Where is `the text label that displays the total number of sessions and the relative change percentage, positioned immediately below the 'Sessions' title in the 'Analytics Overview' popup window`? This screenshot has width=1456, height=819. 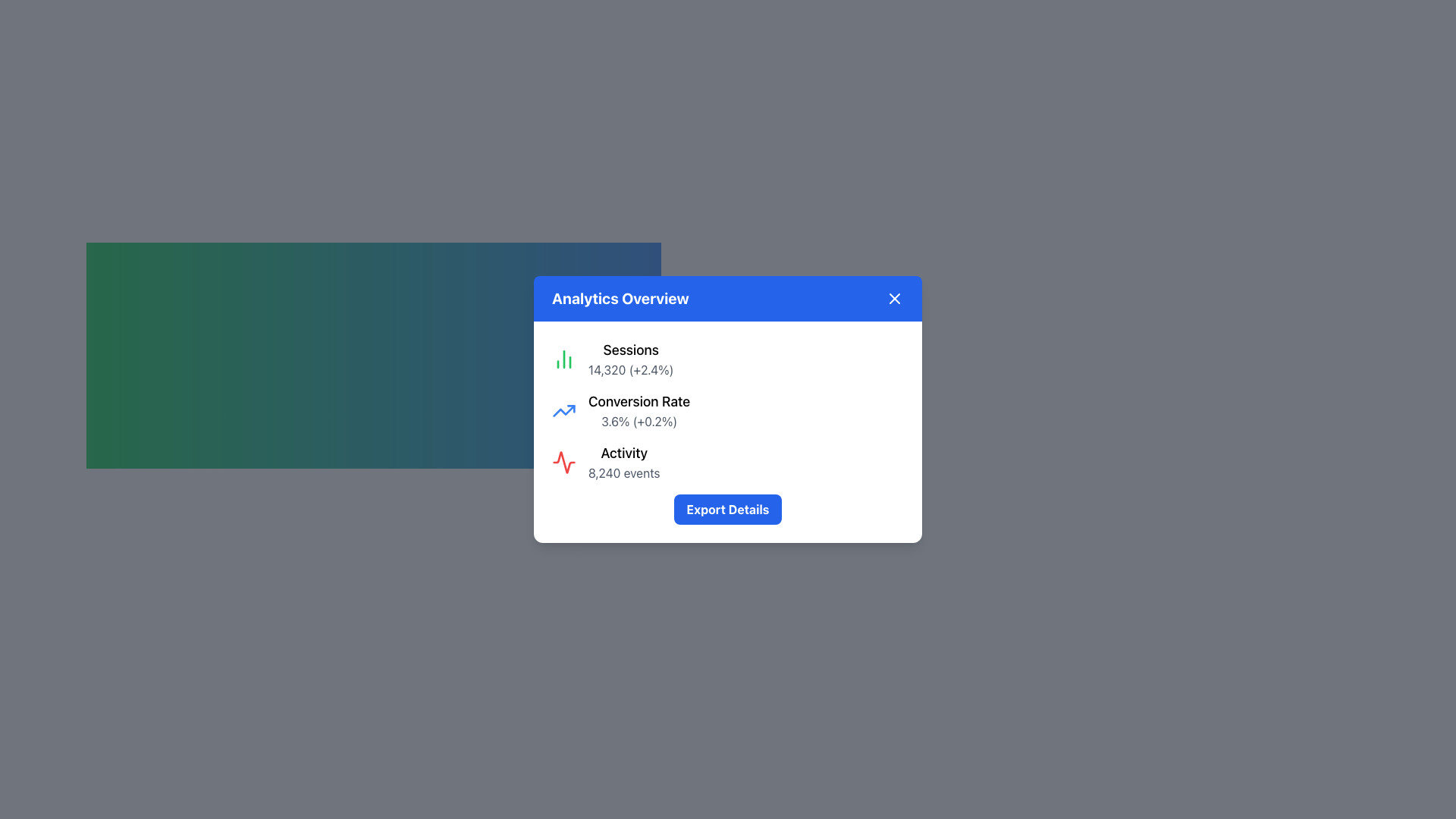
the text label that displays the total number of sessions and the relative change percentage, positioned immediately below the 'Sessions' title in the 'Analytics Overview' popup window is located at coordinates (631, 370).